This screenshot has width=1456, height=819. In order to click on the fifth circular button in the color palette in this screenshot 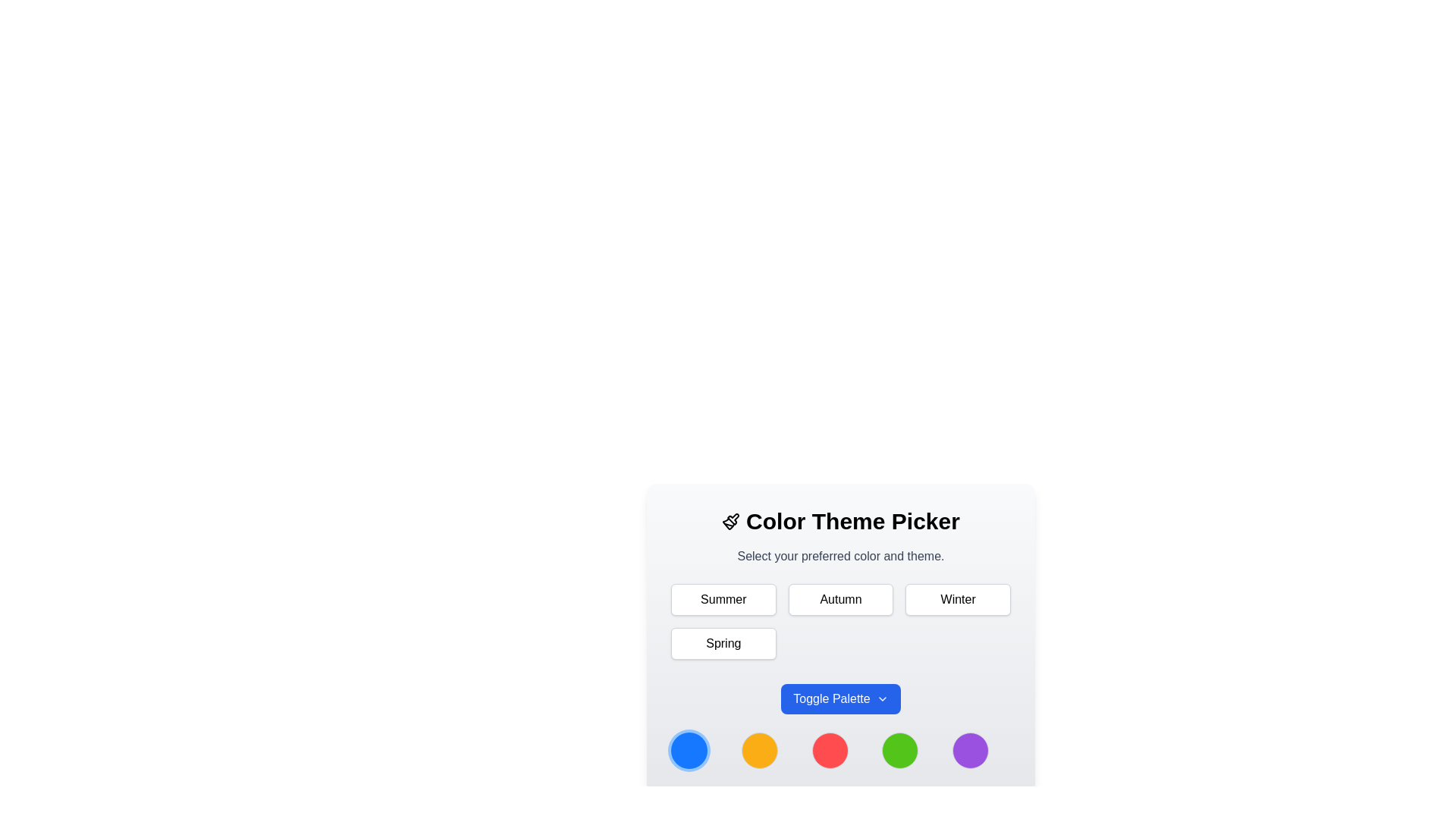, I will do `click(971, 751)`.